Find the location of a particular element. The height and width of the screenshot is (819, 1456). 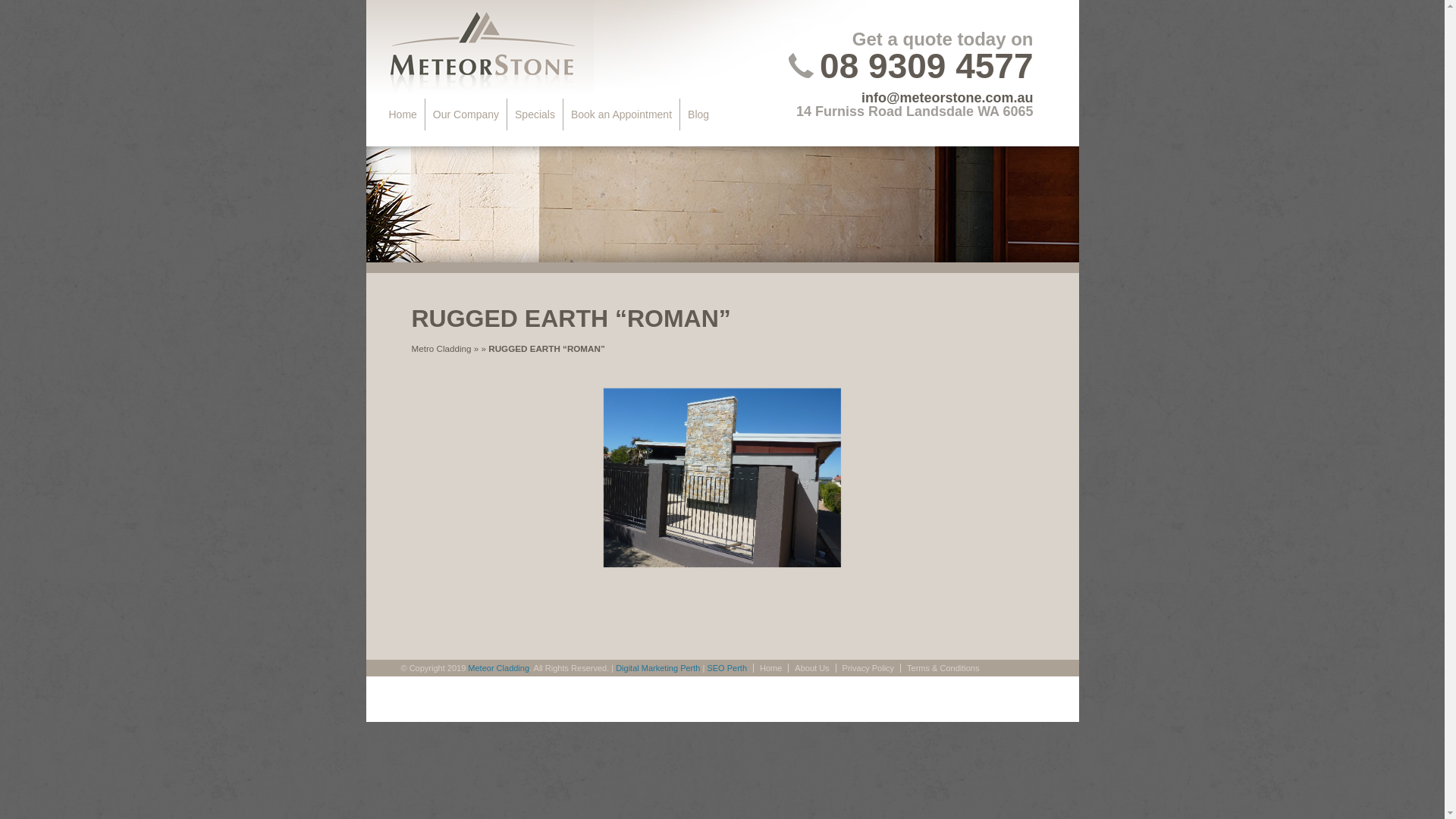

'Home' is located at coordinates (381, 113).